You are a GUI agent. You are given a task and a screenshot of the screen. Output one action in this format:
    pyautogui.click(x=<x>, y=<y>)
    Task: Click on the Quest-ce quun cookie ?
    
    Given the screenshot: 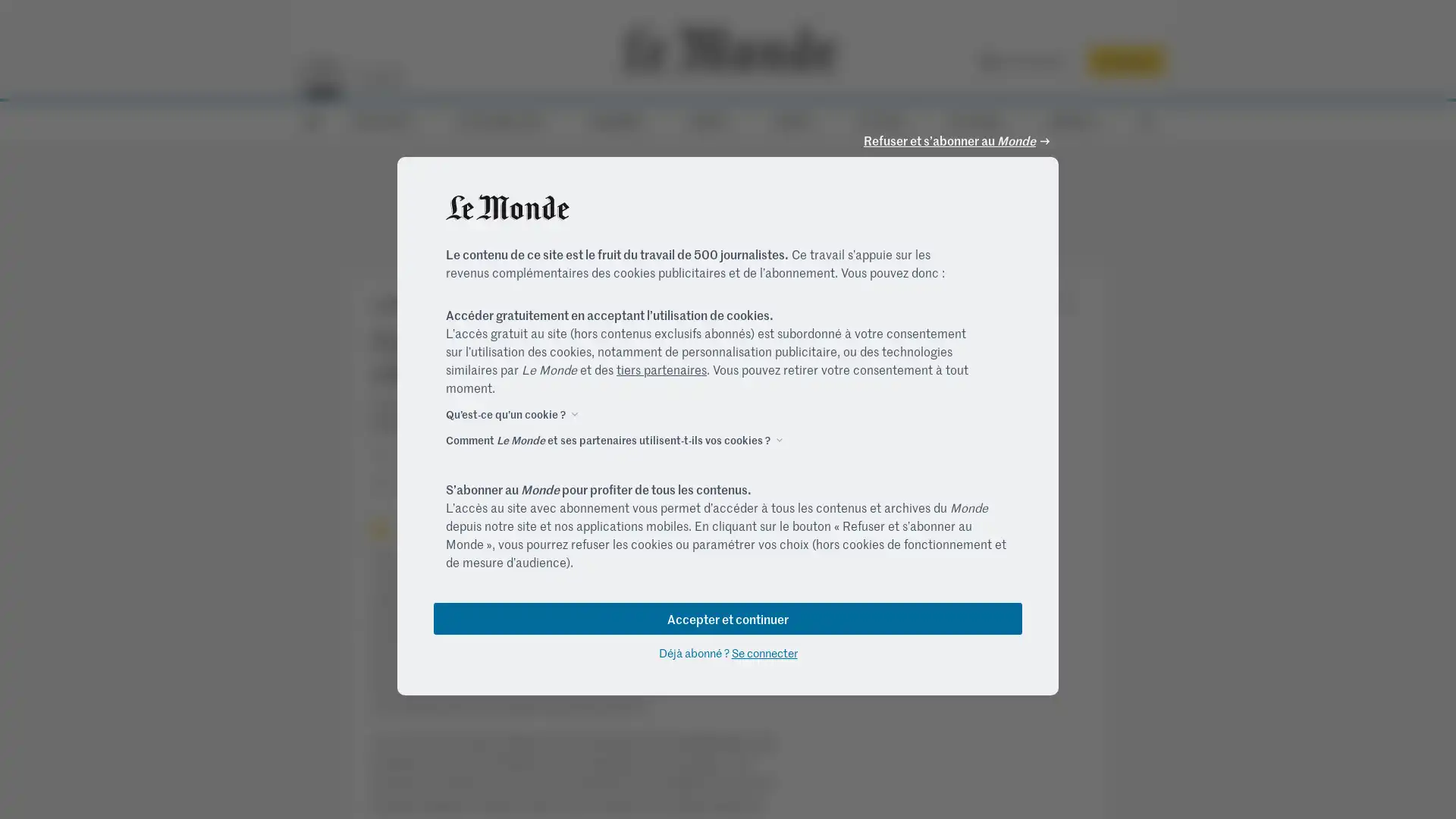 What is the action you would take?
    pyautogui.click(x=506, y=413)
    